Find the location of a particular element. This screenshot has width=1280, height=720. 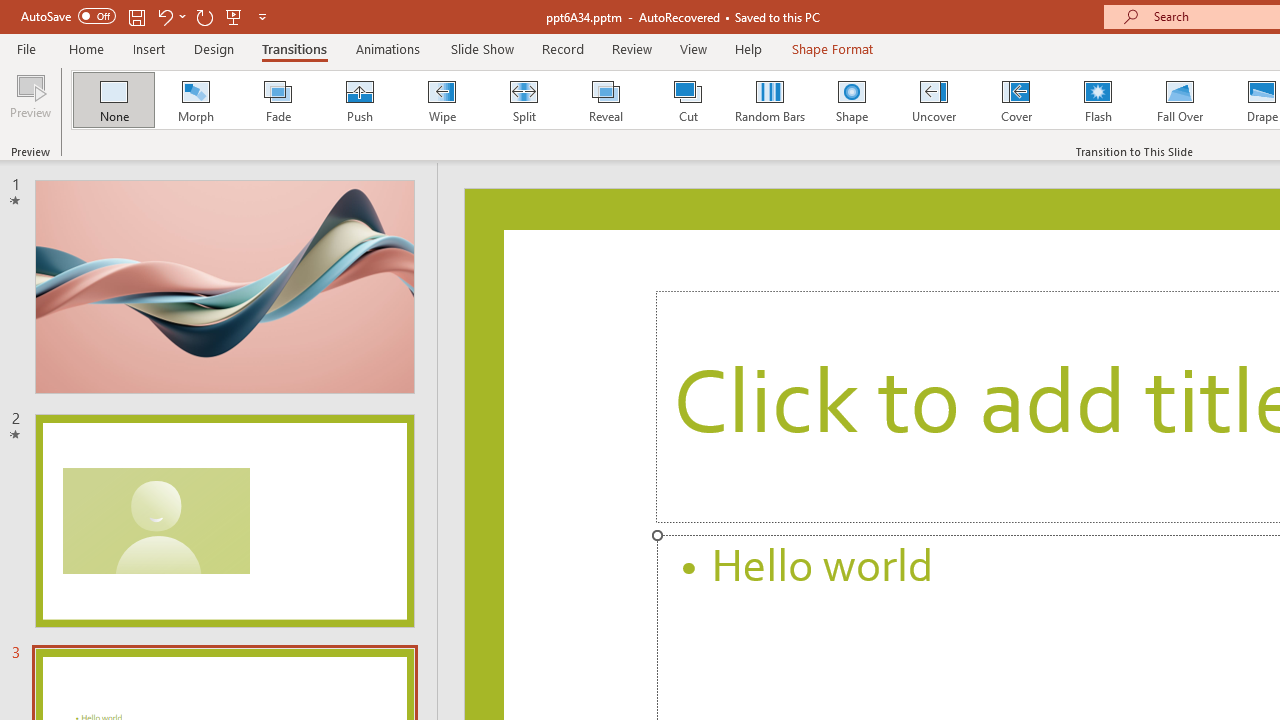

'Reveal' is located at coordinates (604, 100).